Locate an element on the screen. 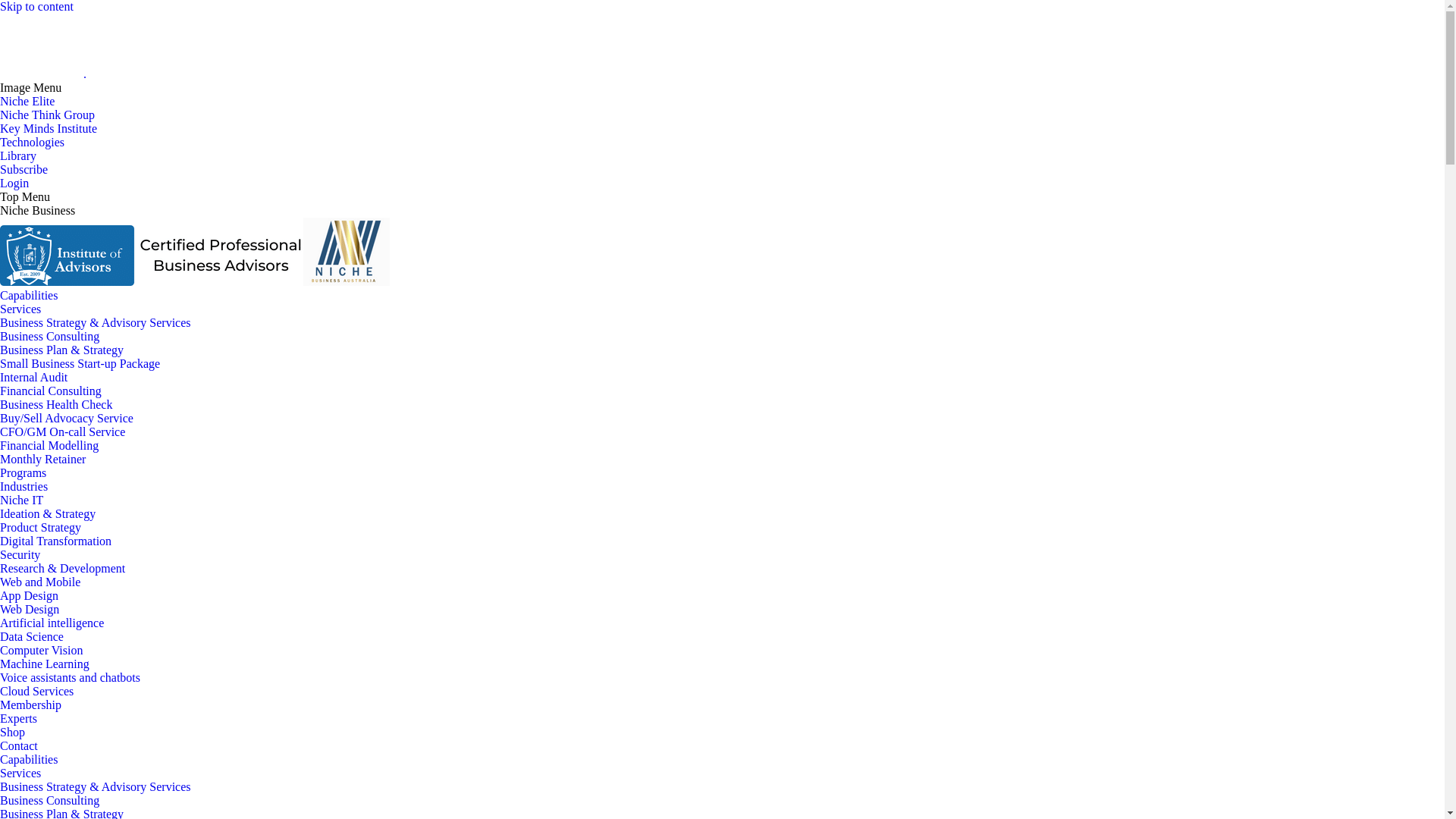 The image size is (1456, 819). 'Business Strategy & Advisory Services' is located at coordinates (94, 322).